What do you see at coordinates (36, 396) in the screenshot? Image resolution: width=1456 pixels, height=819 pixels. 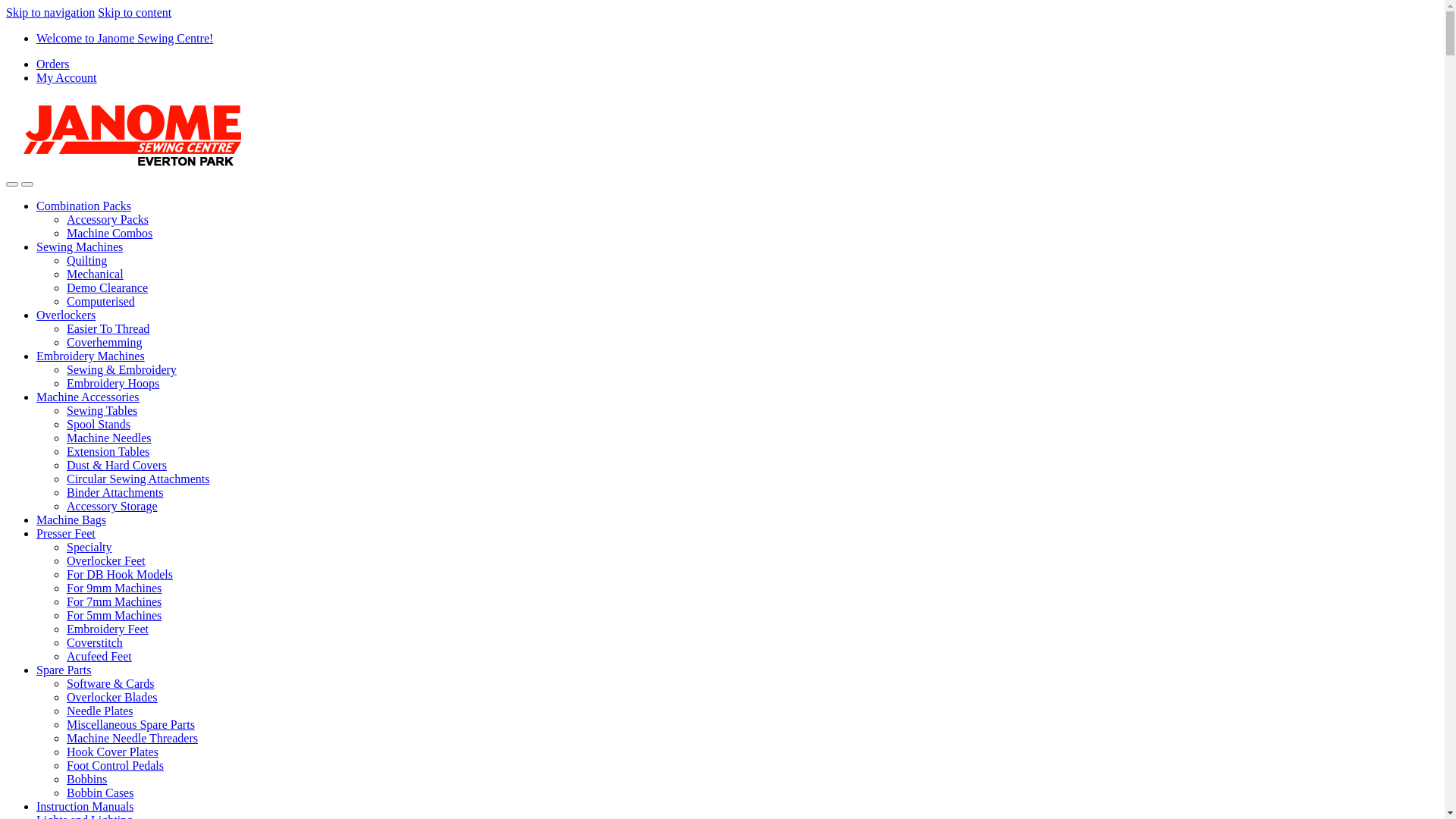 I see `'Machine Accessories'` at bounding box center [36, 396].